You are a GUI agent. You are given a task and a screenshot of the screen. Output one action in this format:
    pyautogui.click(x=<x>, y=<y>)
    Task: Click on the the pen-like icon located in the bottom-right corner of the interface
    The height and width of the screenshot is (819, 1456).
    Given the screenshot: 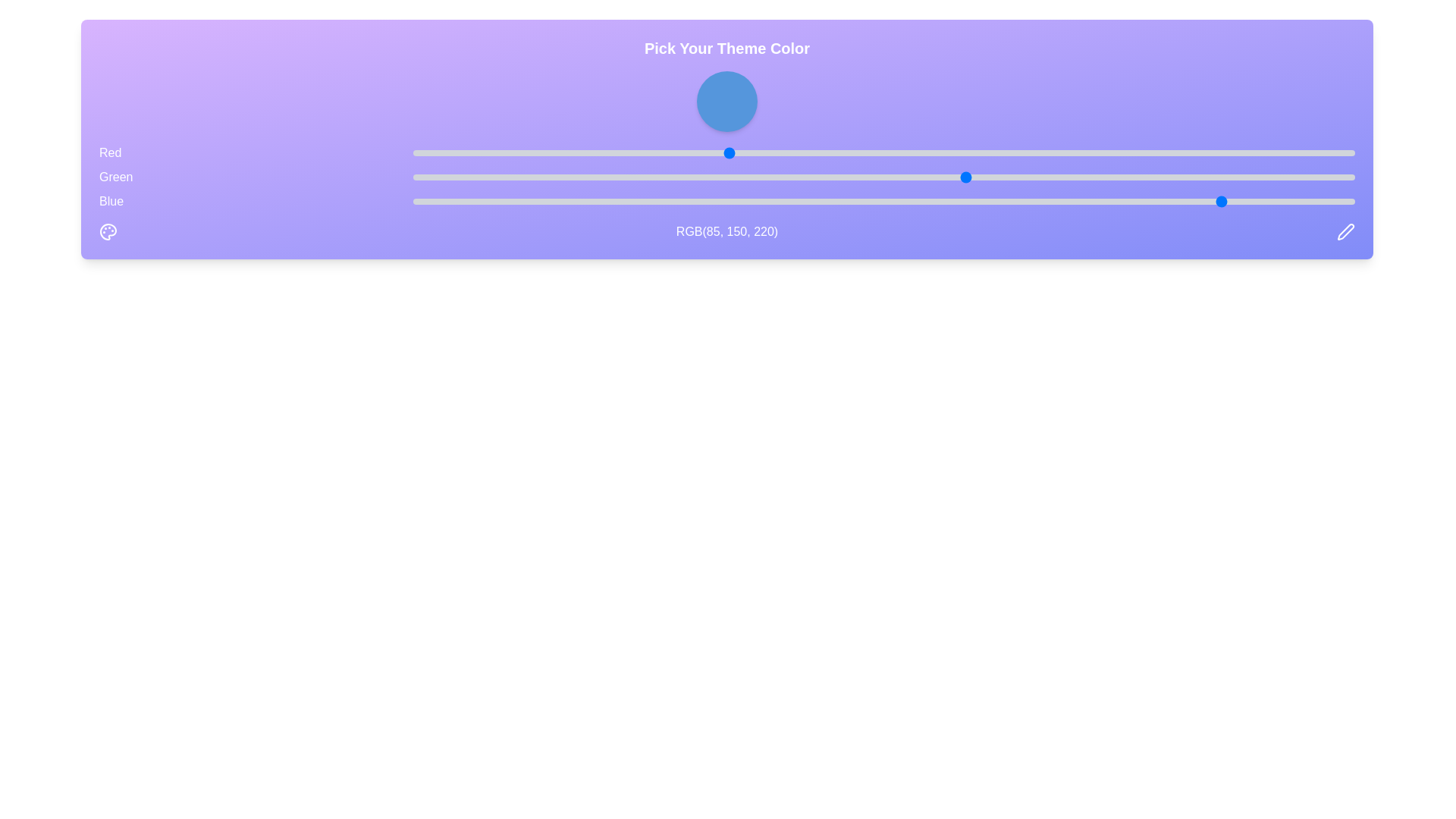 What is the action you would take?
    pyautogui.click(x=1346, y=231)
    